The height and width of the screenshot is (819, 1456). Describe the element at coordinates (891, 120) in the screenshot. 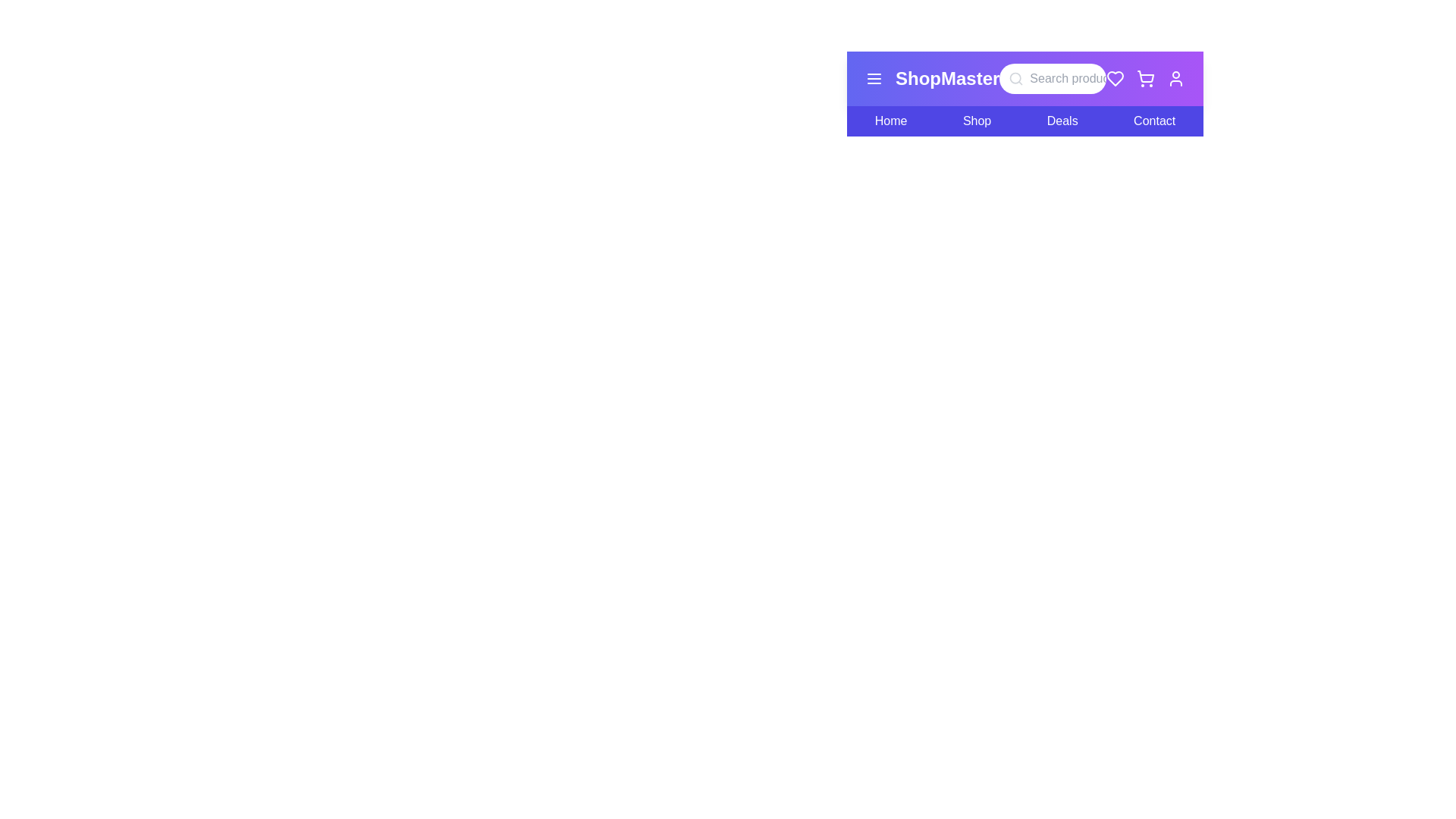

I see `the Home menu item in the navigation bar` at that location.